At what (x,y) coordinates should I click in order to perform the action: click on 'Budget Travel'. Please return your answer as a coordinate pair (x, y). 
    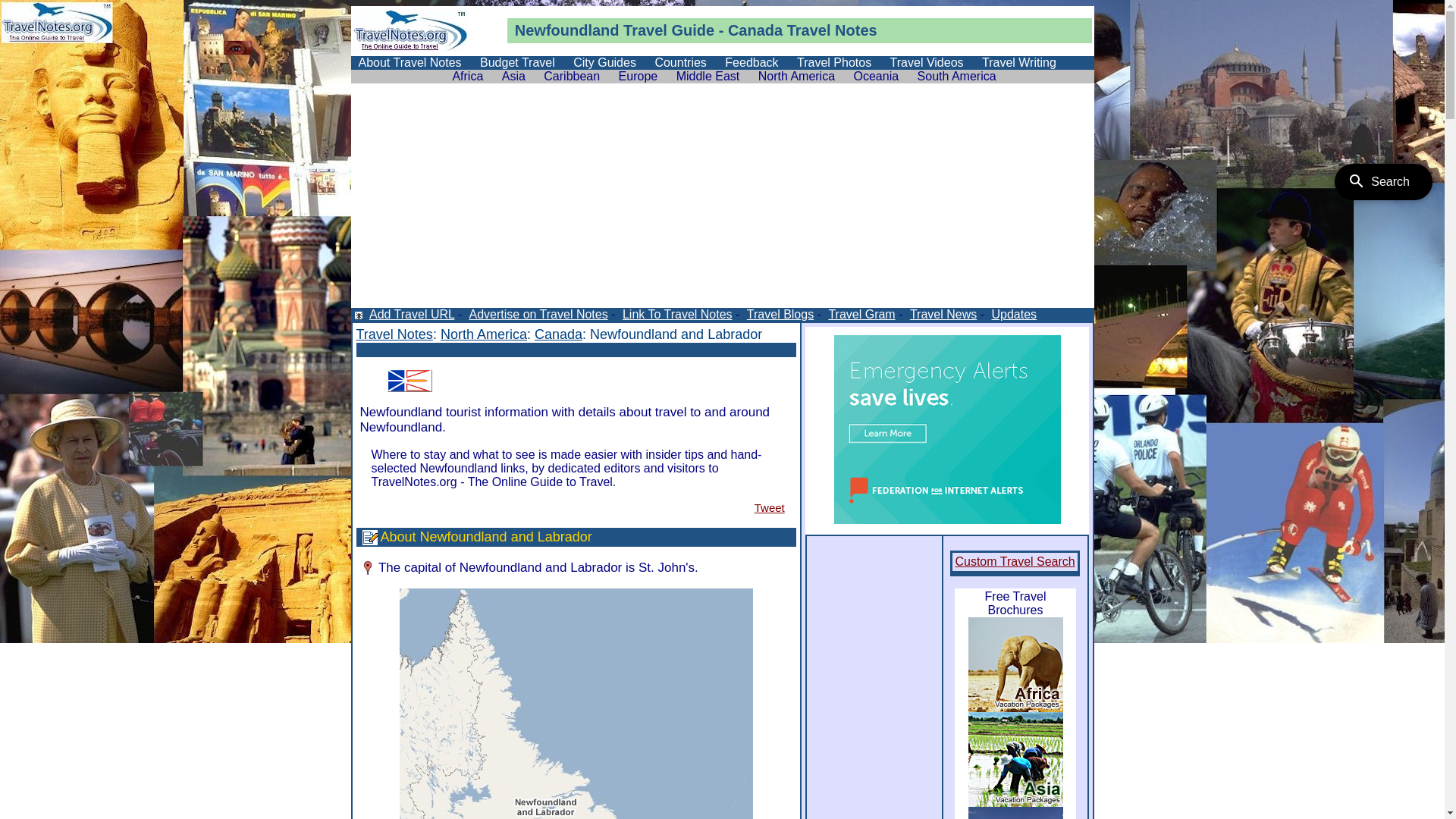
    Looking at the image, I should click on (517, 61).